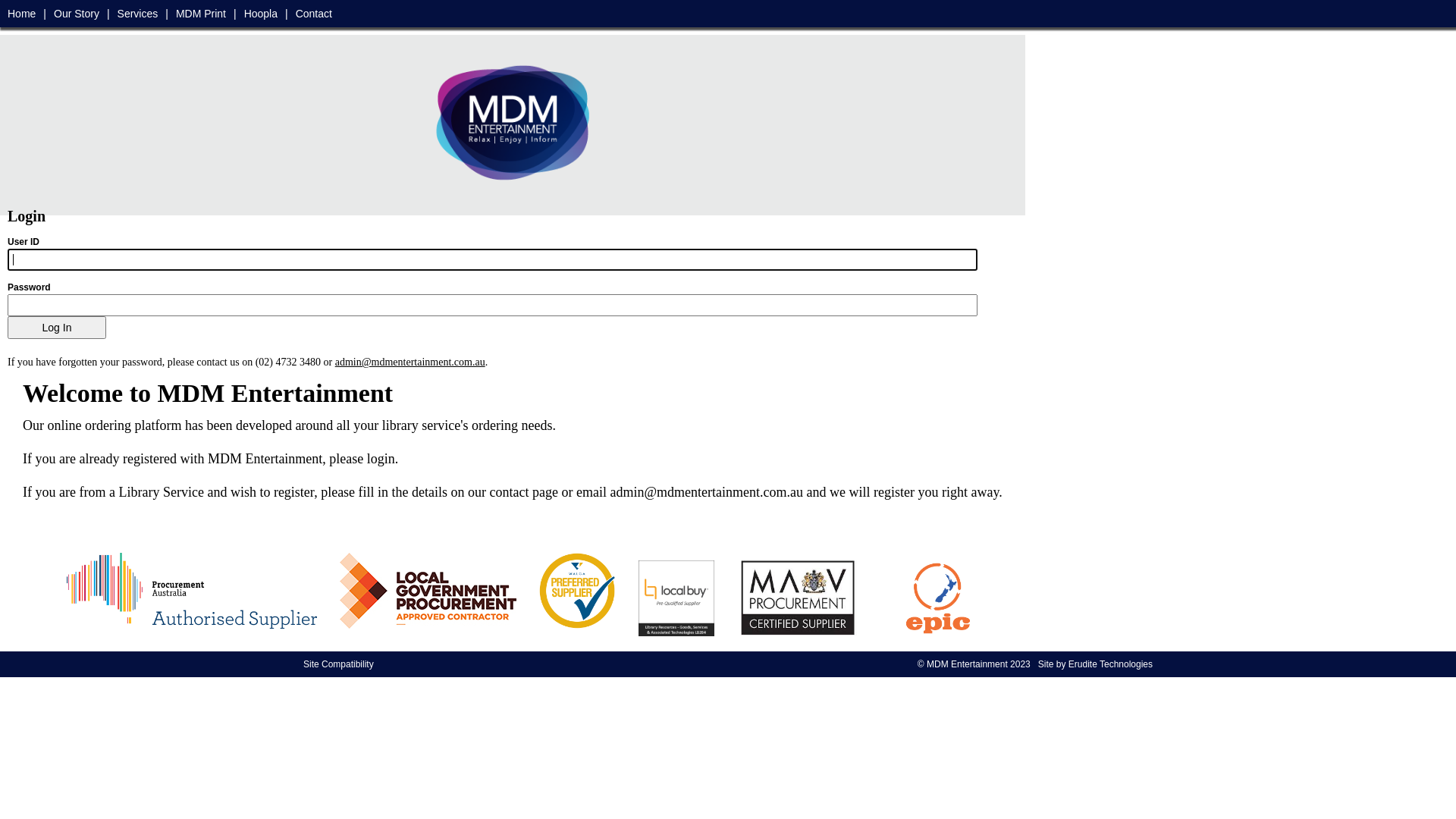 The width and height of the screenshot is (1456, 819). What do you see at coordinates (75, 14) in the screenshot?
I see `'Our Story'` at bounding box center [75, 14].